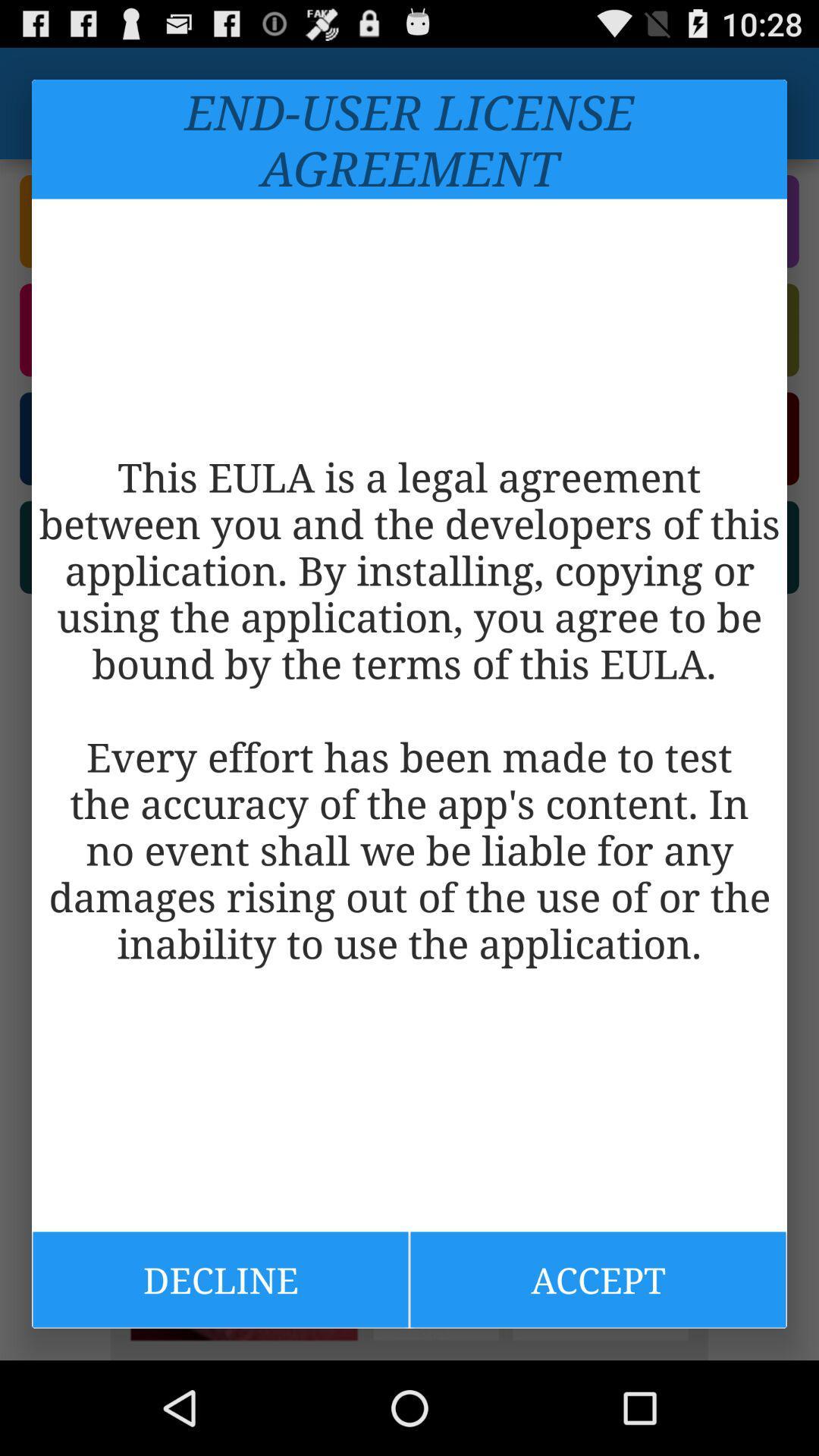  Describe the element at coordinates (598, 1279) in the screenshot. I see `the icon to the right of decline item` at that location.